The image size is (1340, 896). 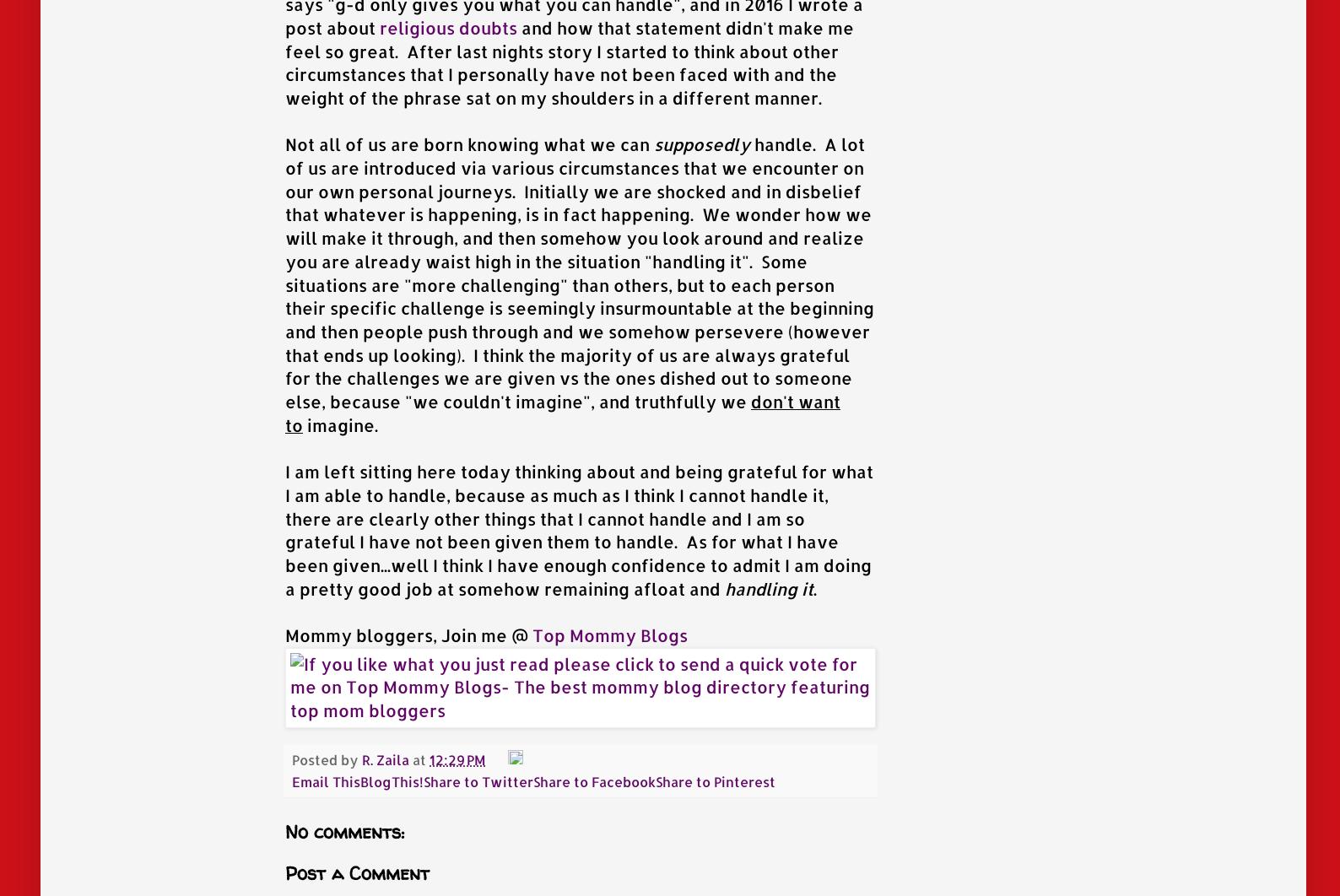 What do you see at coordinates (579, 273) in the screenshot?
I see `'handle.  A lot of us are introduced via various circumstances that we encounter on our own personal journeys.  Initially we are shocked and in disbelief that whatever is happening, is in fact happening.  We wonder how we will make it through, and then somehow you look around and realize you are already waist high in the situation "handling it".  Some situations are "more challenging" than others, but to each person their specific challenge is seemingly insurmountable at the beginning and then people push through and we somehow persevere (however that ends up looking).  I think the majority of us are always grateful for the challenges we are given vs the ones dished out to someone else, because "we couldn't imagine", and truthfully we'` at bounding box center [579, 273].